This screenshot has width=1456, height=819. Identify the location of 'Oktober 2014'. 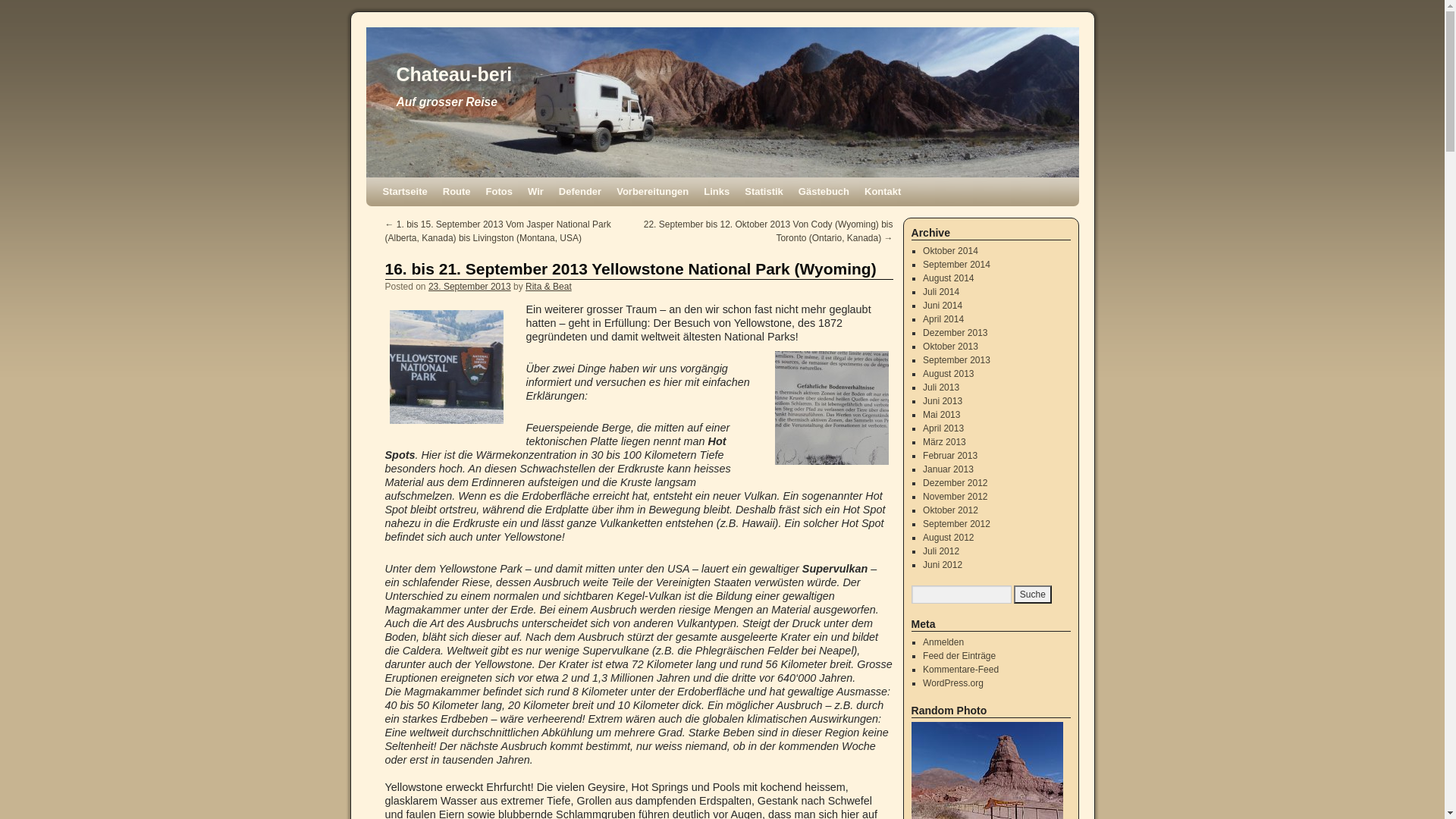
(949, 250).